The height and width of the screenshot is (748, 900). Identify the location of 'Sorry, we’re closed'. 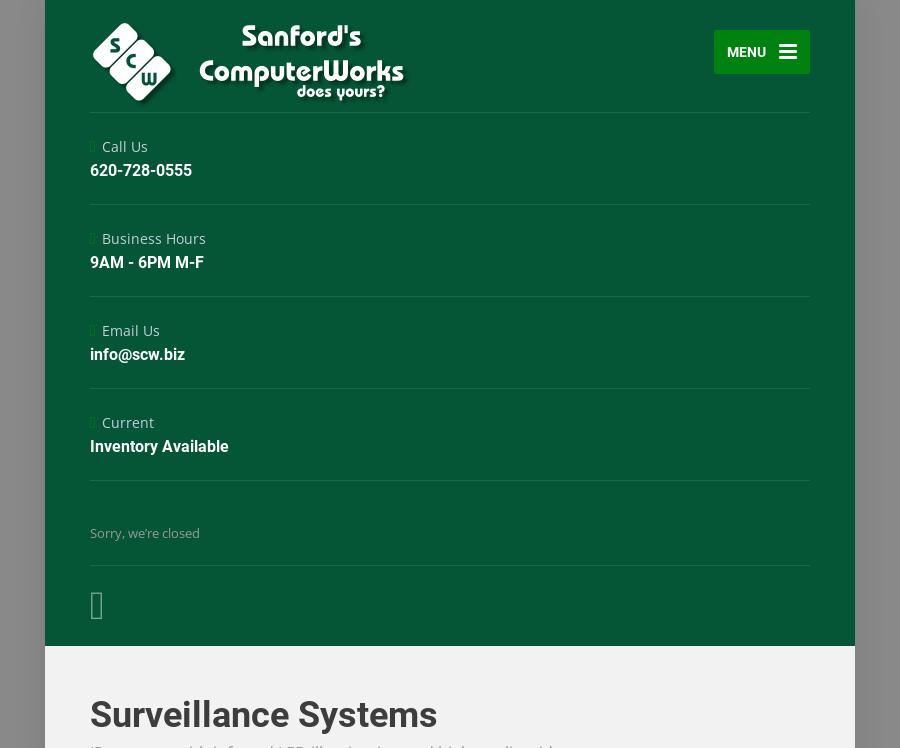
(146, 532).